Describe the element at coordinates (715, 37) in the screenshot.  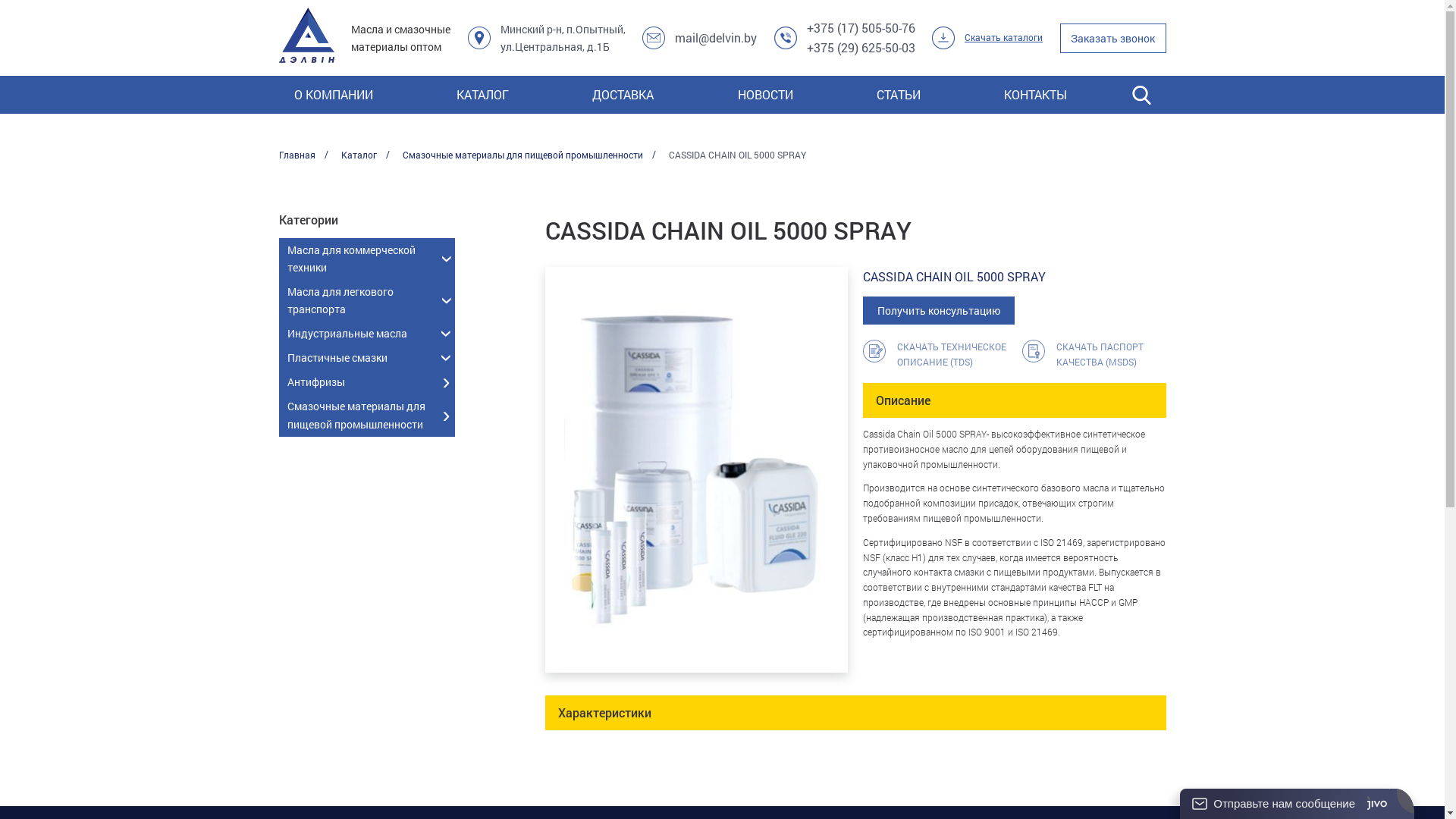
I see `'mail@delvin.by'` at that location.